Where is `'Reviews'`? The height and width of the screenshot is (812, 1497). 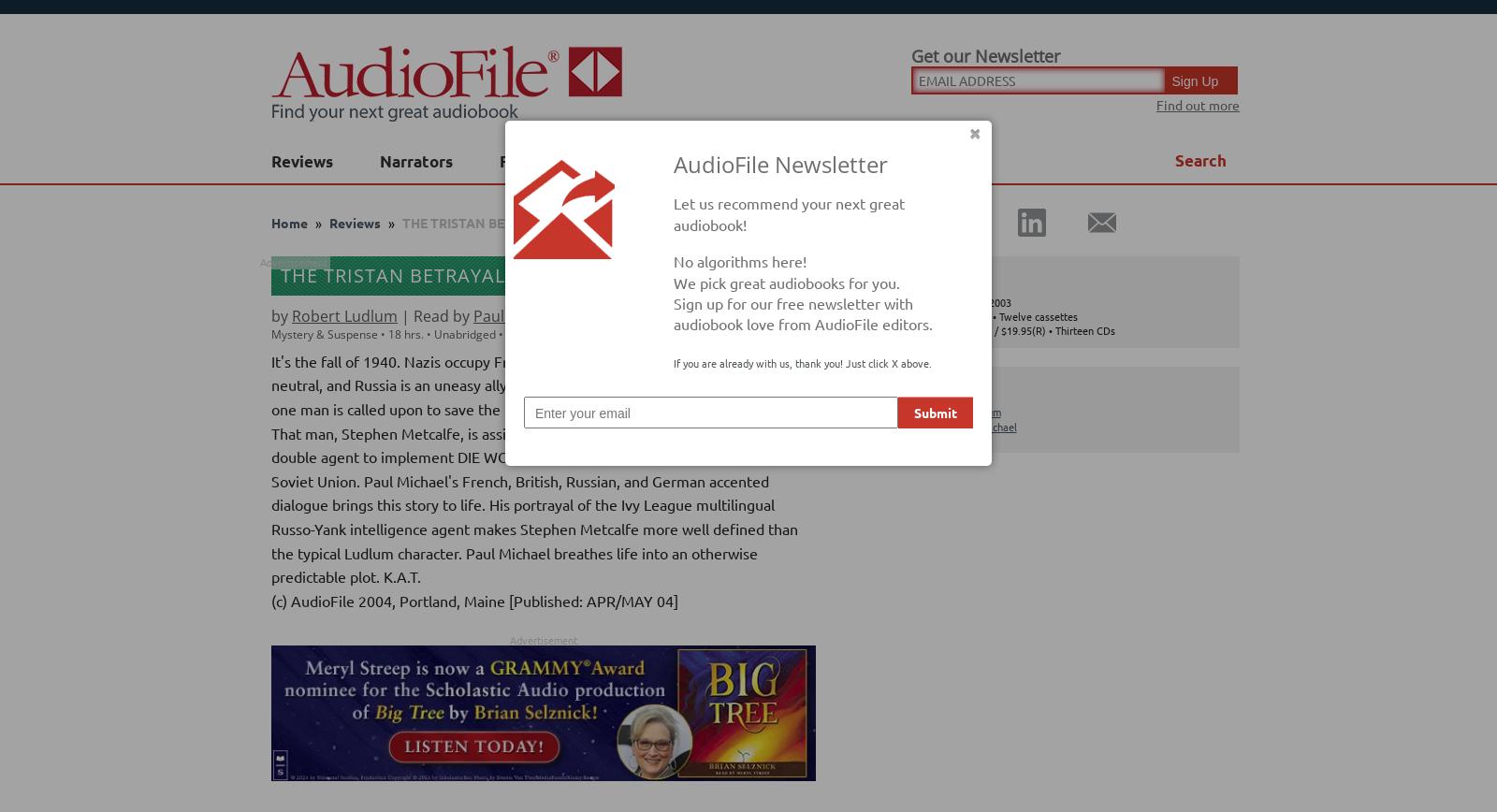 'Reviews' is located at coordinates (329, 222).